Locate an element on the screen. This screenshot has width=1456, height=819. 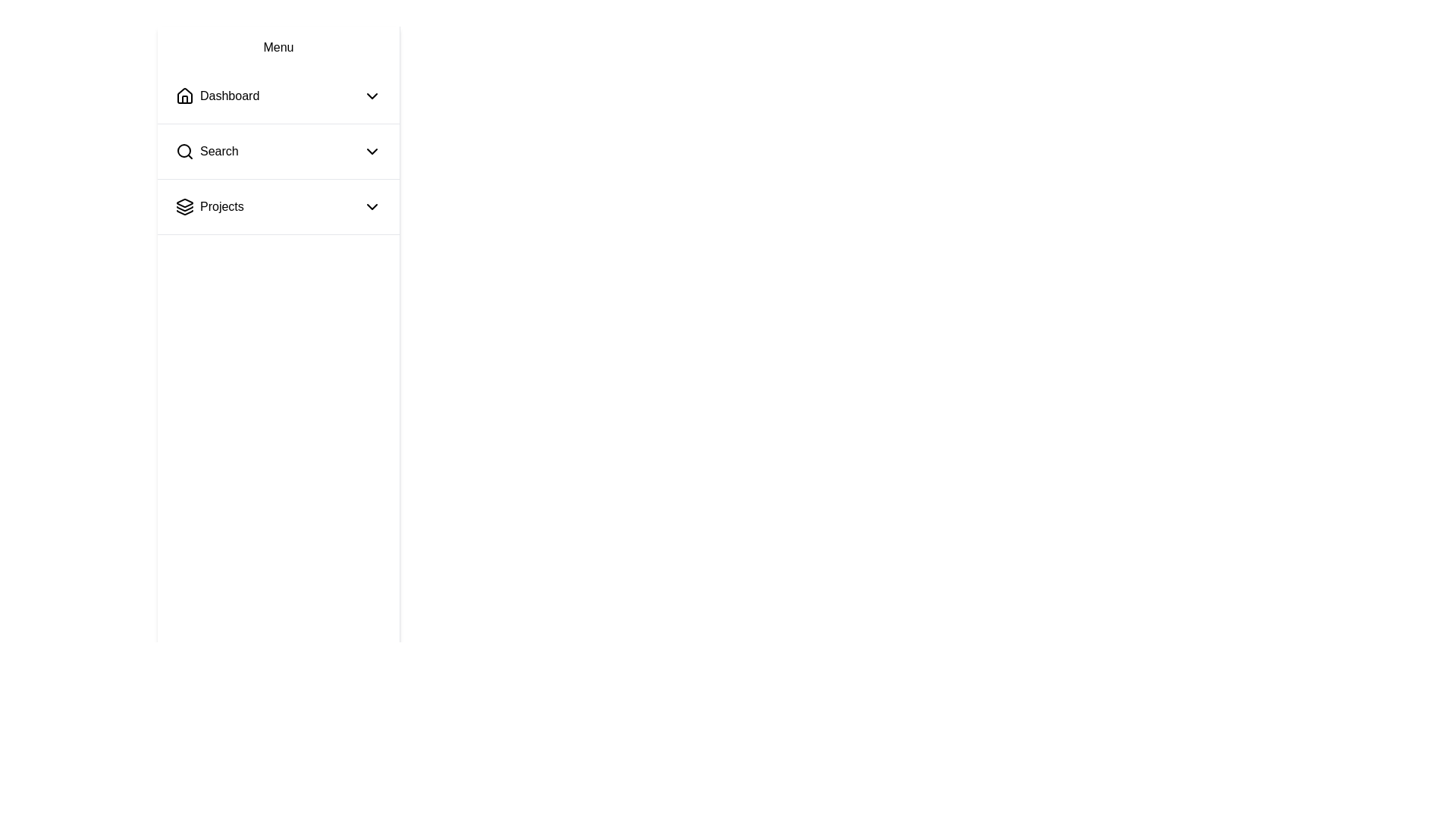
the Icon element which is located at the far left region within the 'Projects' menu item in the vertical navigation bar, preceding the text 'Projects' is located at coordinates (184, 207).